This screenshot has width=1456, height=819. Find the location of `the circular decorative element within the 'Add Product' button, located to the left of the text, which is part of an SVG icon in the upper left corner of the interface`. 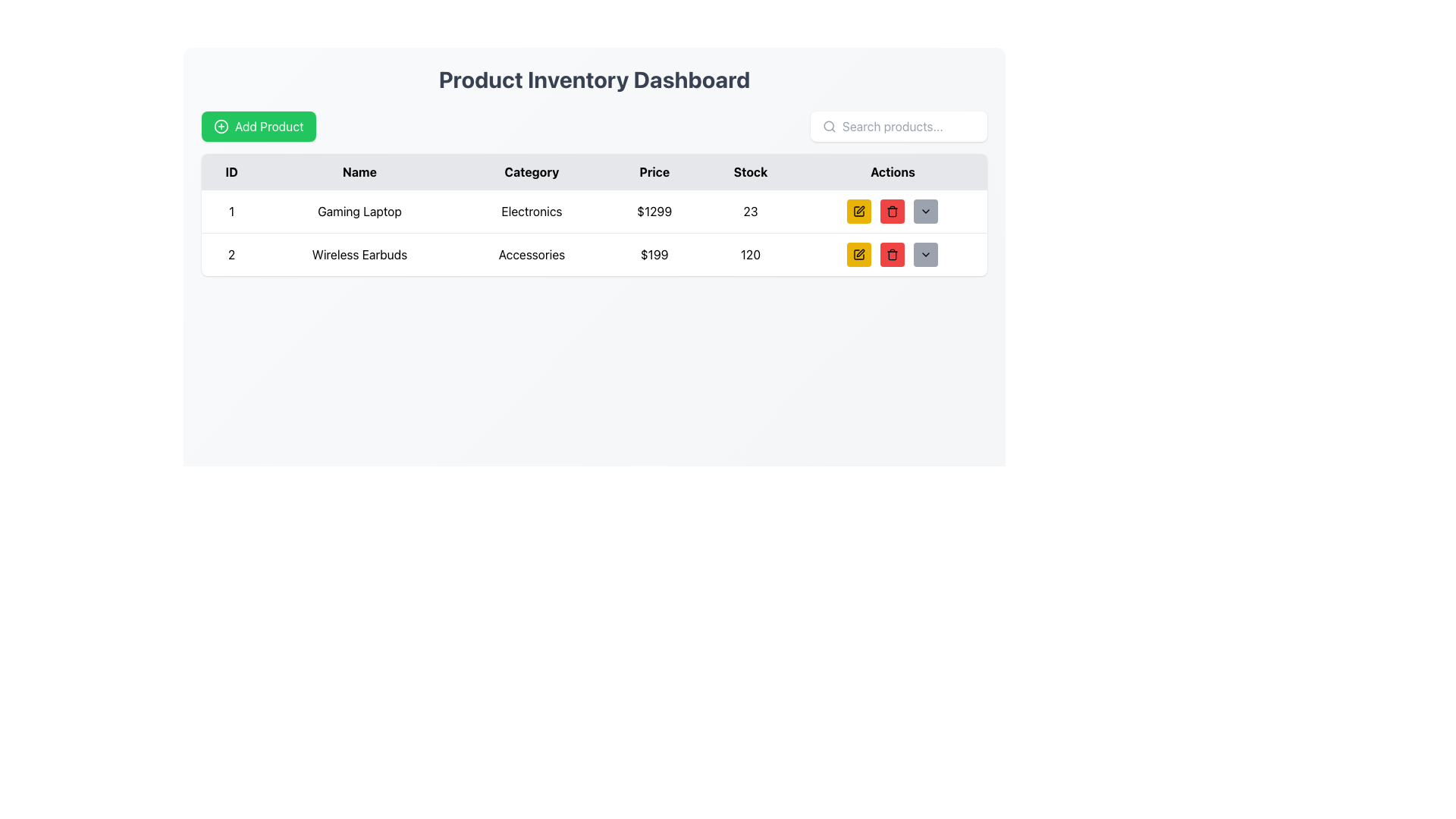

the circular decorative element within the 'Add Product' button, located to the left of the text, which is part of an SVG icon in the upper left corner of the interface is located at coordinates (221, 125).